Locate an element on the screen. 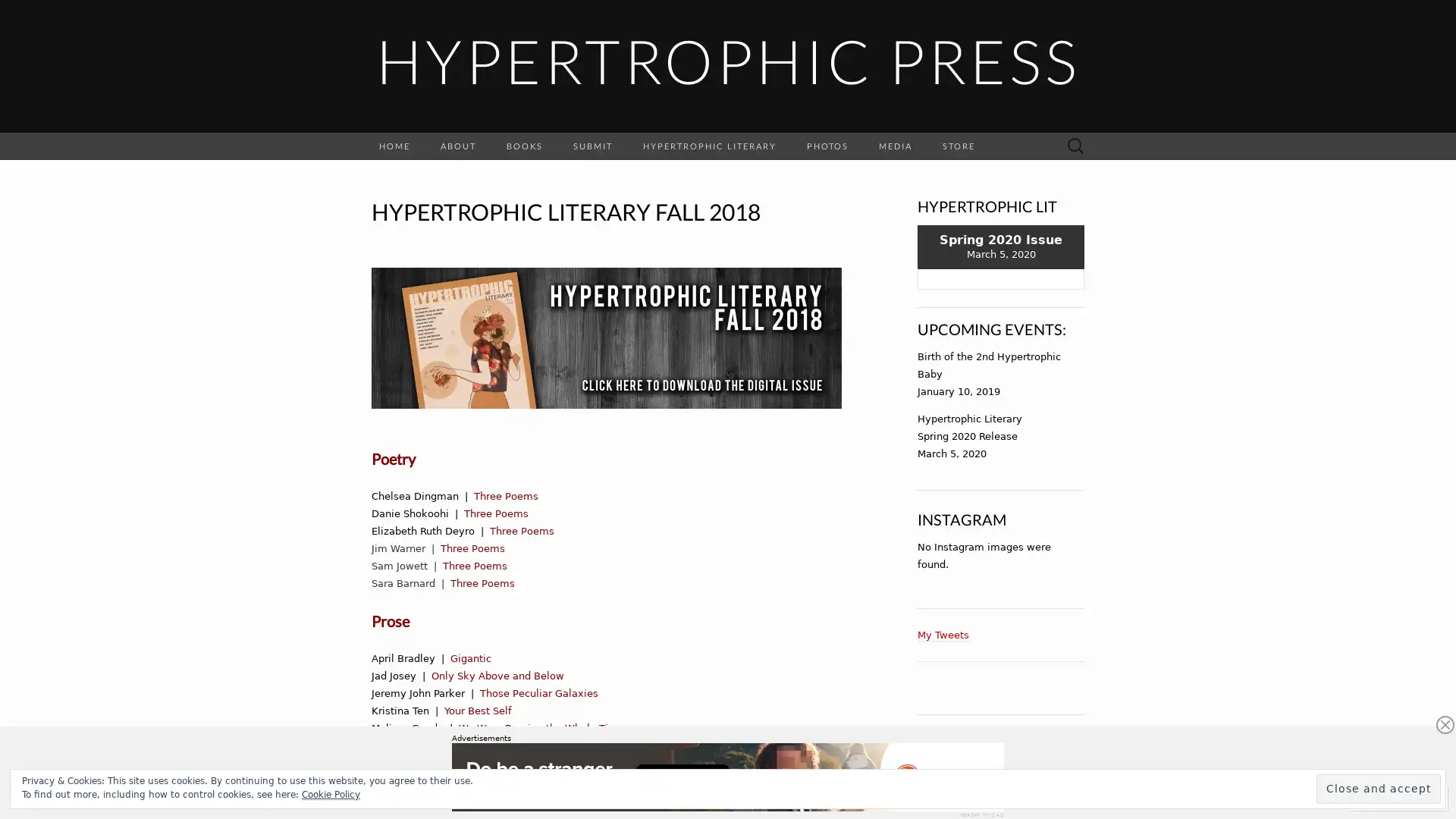  Close and accept is located at coordinates (1379, 788).